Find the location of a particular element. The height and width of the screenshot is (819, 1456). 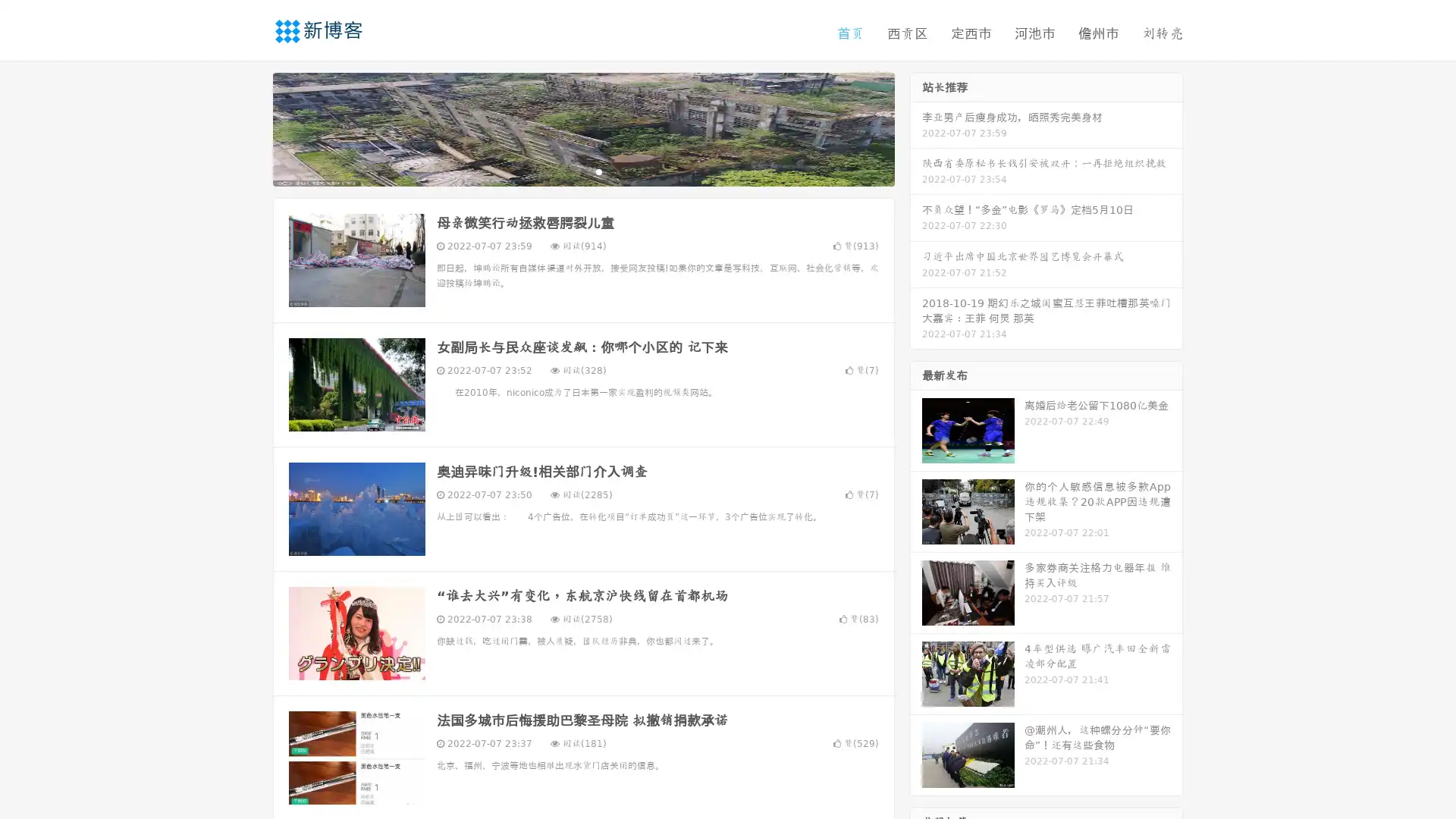

Go to slide 1 is located at coordinates (567, 171).